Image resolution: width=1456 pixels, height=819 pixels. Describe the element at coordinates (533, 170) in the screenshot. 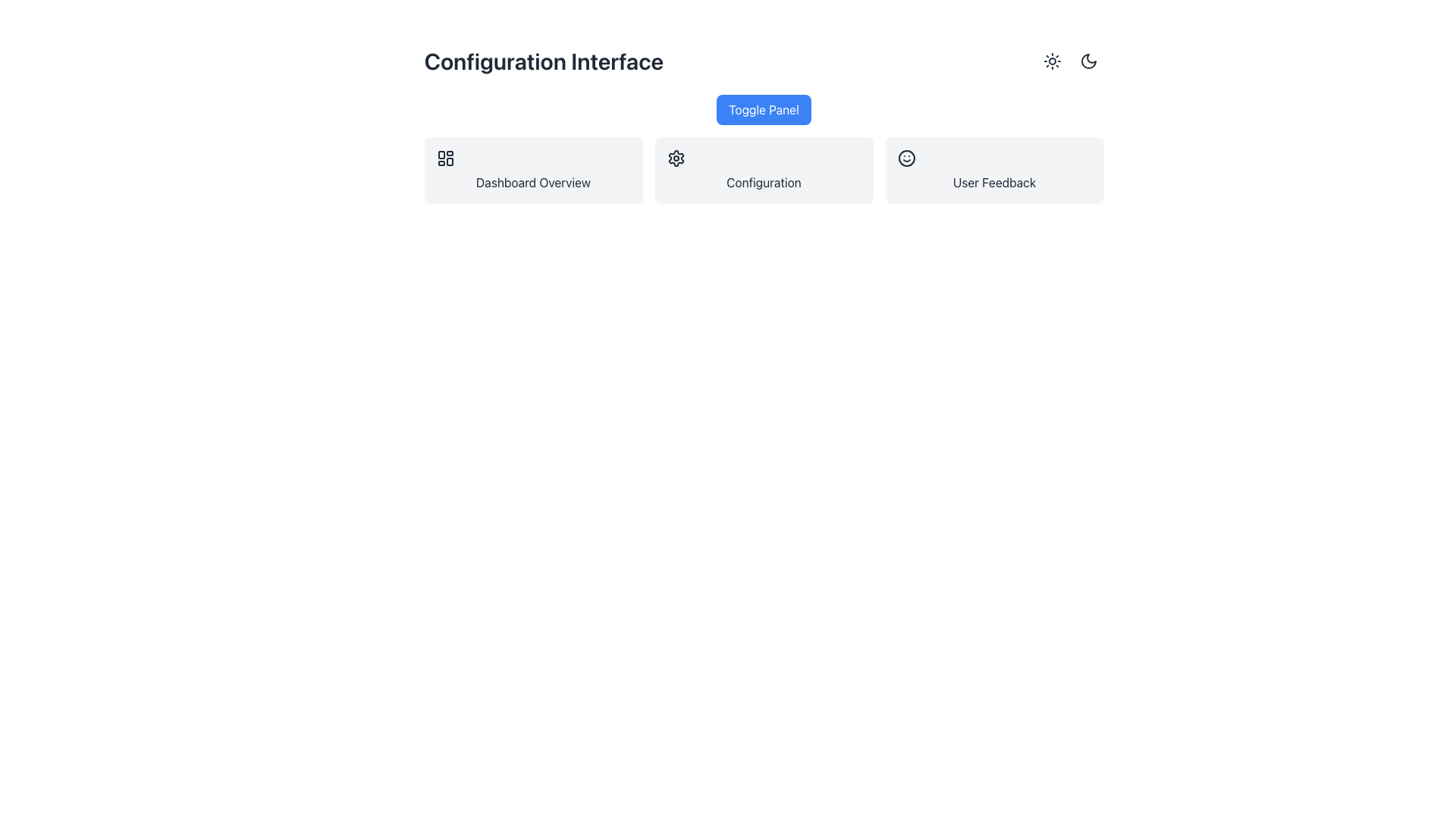

I see `the first clickable card in the grid layout that serves as an entry point for the 'Dashboard Overview' section` at that location.